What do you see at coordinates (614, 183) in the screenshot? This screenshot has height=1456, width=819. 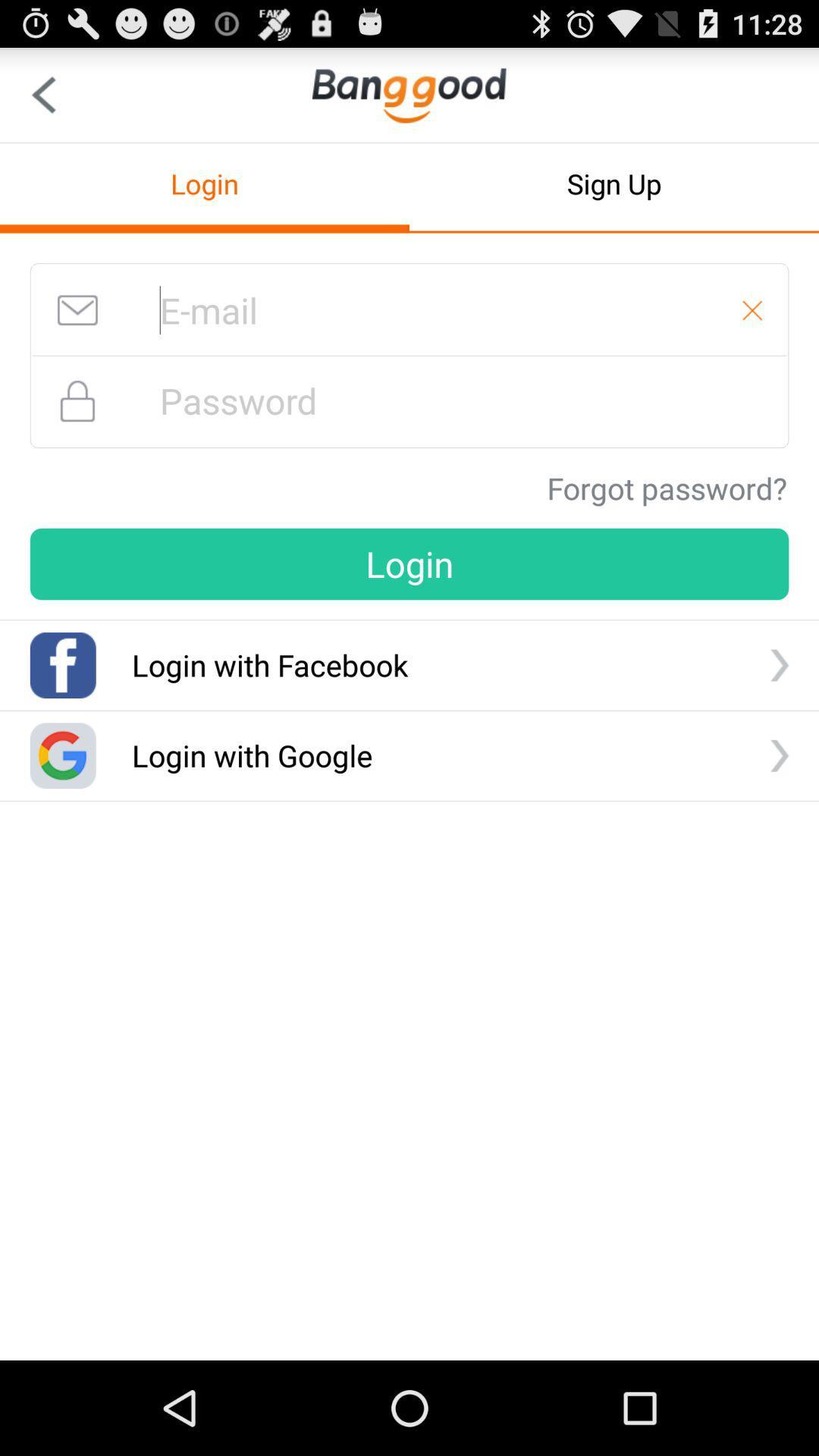 I see `item next to the login icon` at bounding box center [614, 183].